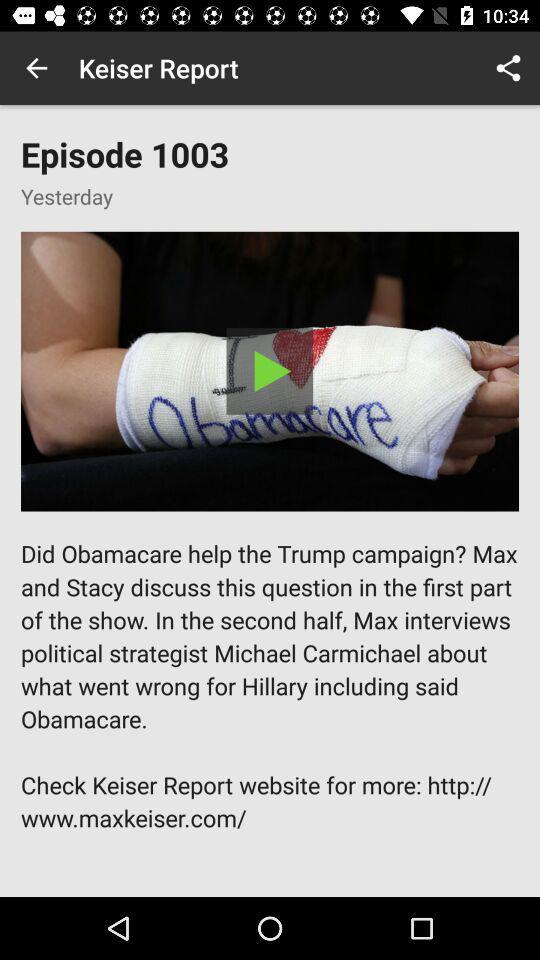  What do you see at coordinates (270, 370) in the screenshot?
I see `the item above the did obamacare help item` at bounding box center [270, 370].